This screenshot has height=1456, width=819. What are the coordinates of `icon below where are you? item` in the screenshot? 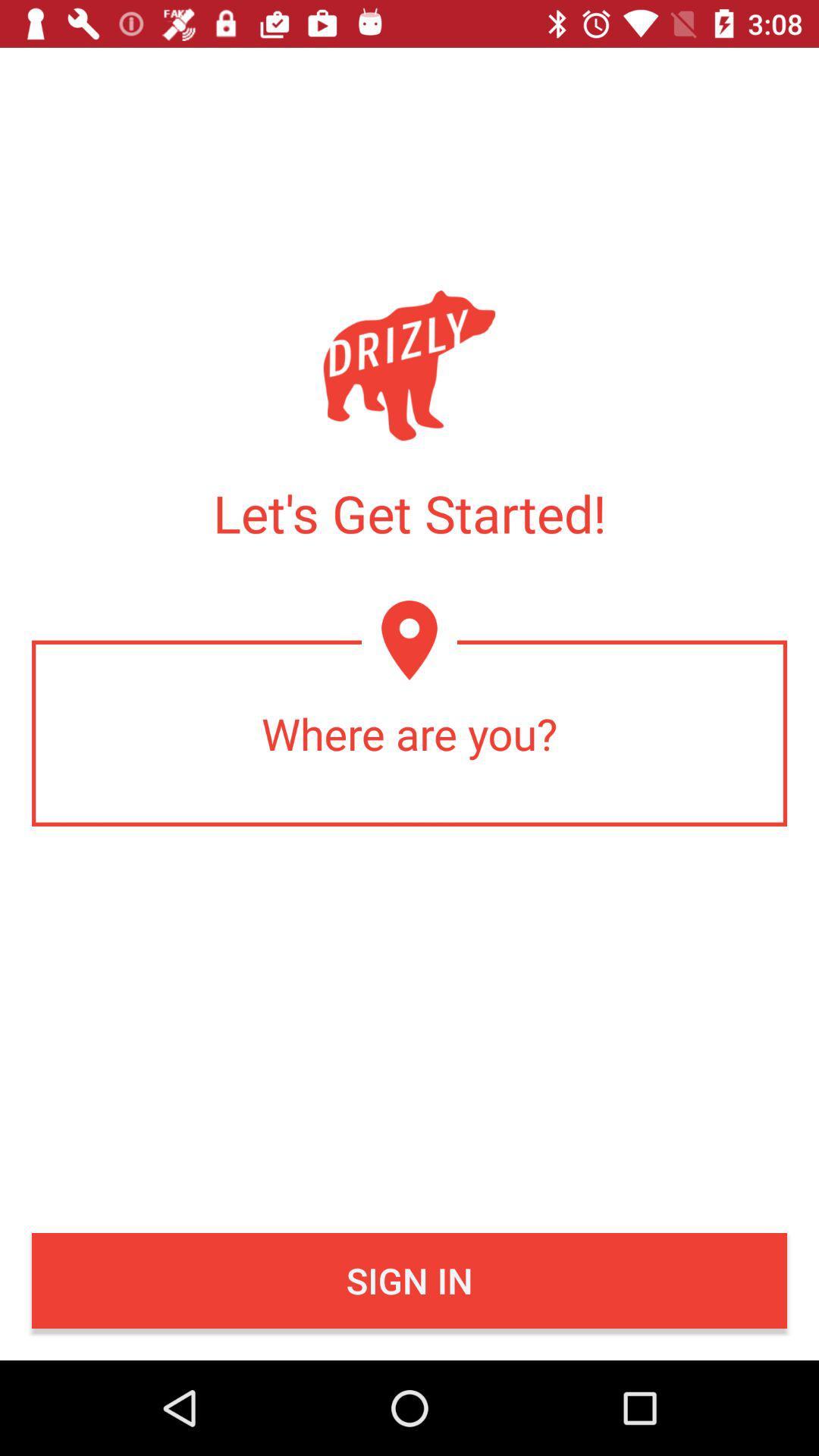 It's located at (409, 1280).